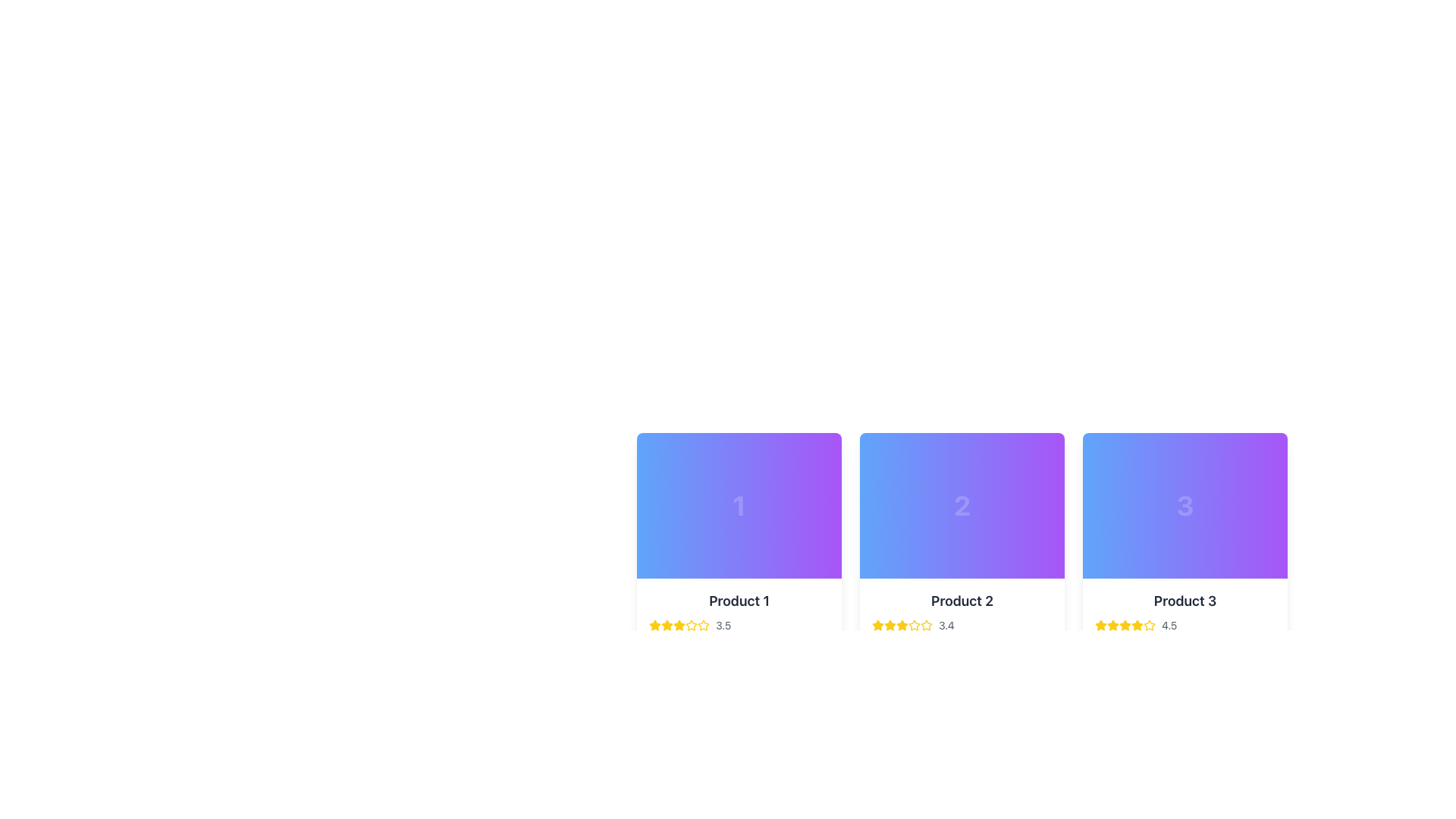 The width and height of the screenshot is (1456, 819). What do you see at coordinates (902, 626) in the screenshot?
I see `the yellow star icon, which is the fourth star in a horizontal row of five stars, located below the 'Product 2' card in the rating section` at bounding box center [902, 626].